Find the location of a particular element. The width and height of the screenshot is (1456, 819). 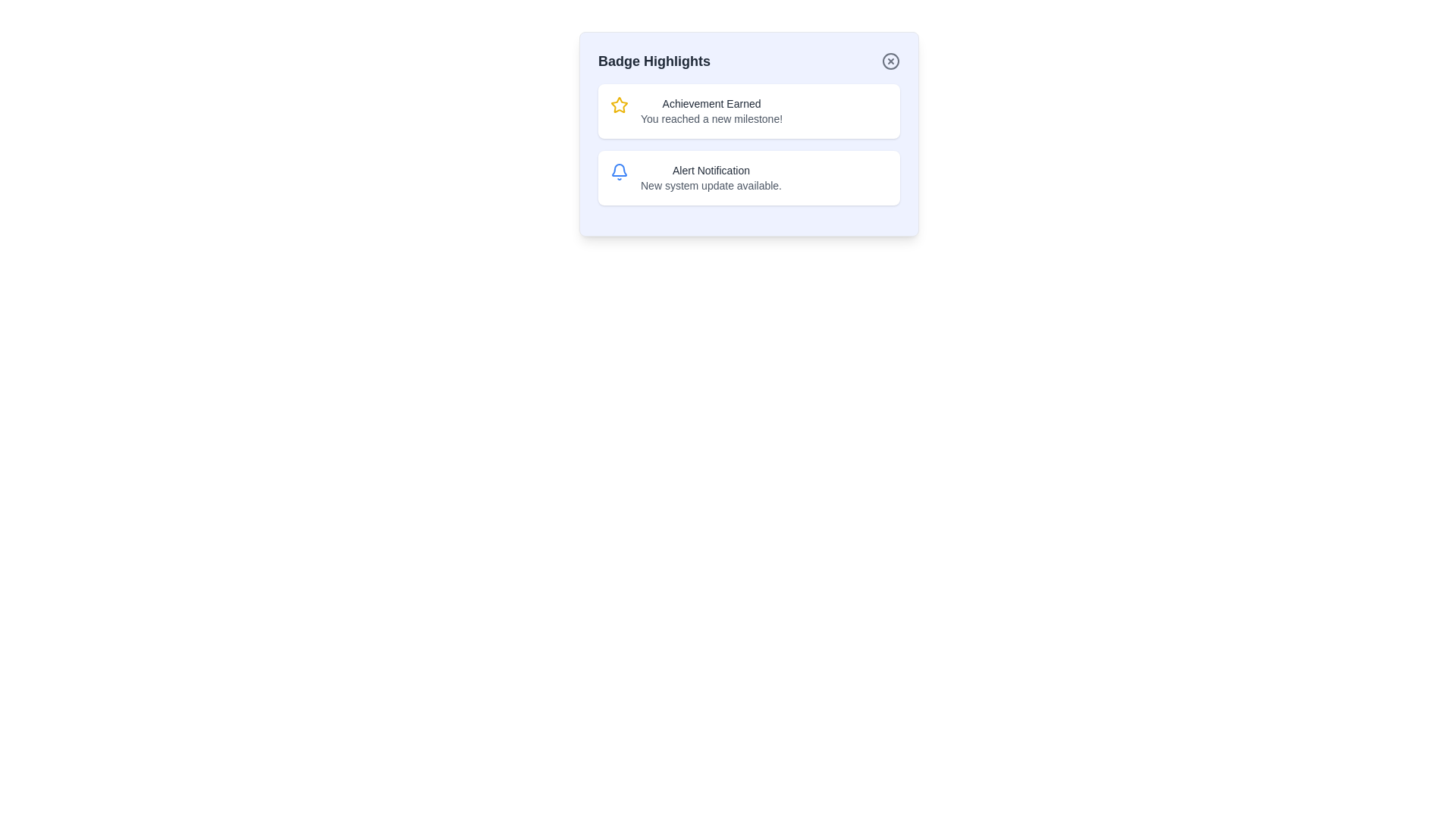

the Text label that provides additional details about the achievement notification, positioned just below 'Achievement Earned' is located at coordinates (711, 118).